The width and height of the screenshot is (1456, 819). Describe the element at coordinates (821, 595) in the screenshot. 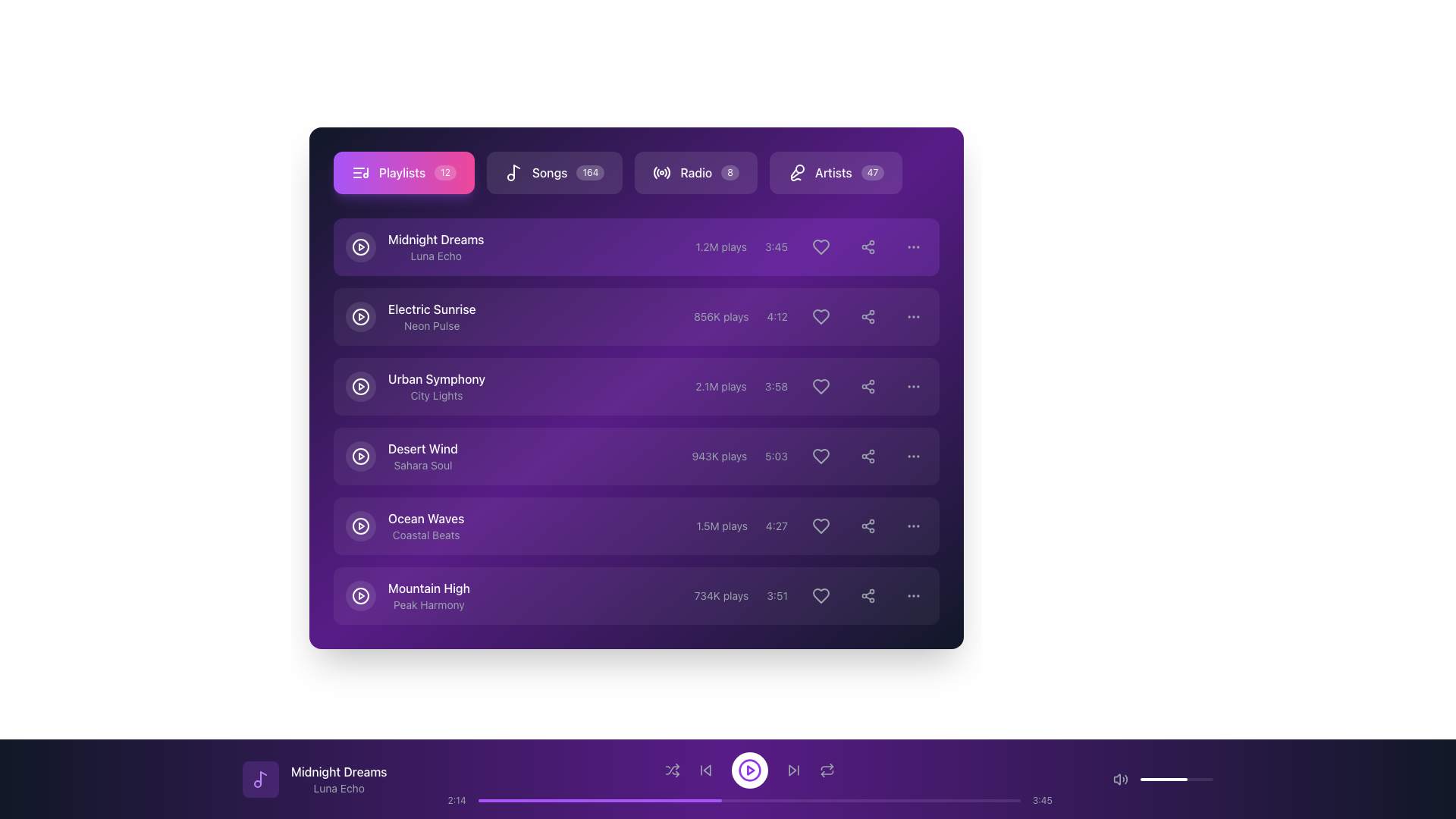

I see `the heart-shaped icon button to favorite the song 'Mountain High' by 'Peak Harmony' located at the right end of the playlist entry` at that location.